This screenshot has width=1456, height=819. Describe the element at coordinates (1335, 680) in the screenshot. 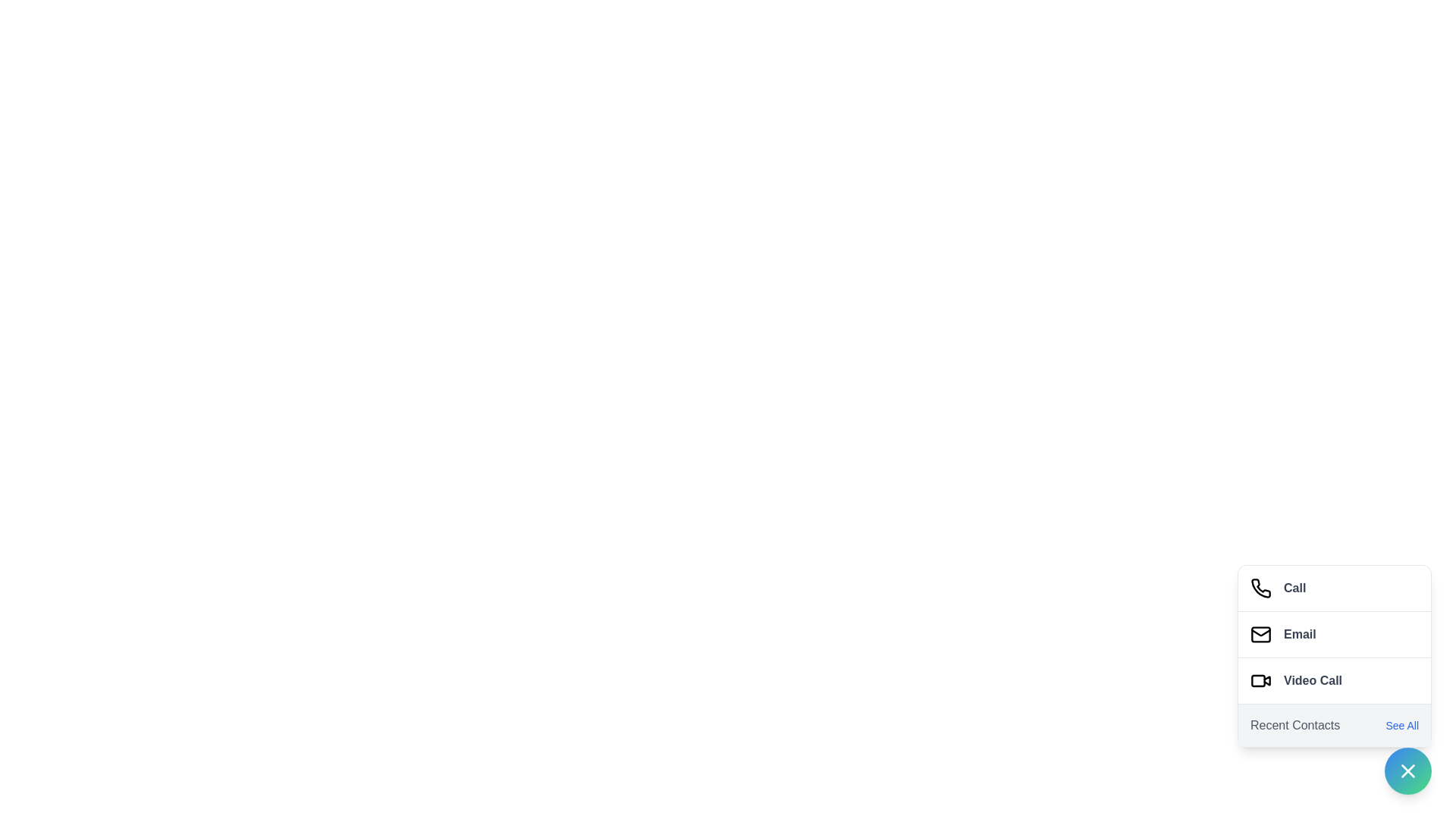

I see `the 'Video Call' button to start a video call` at that location.